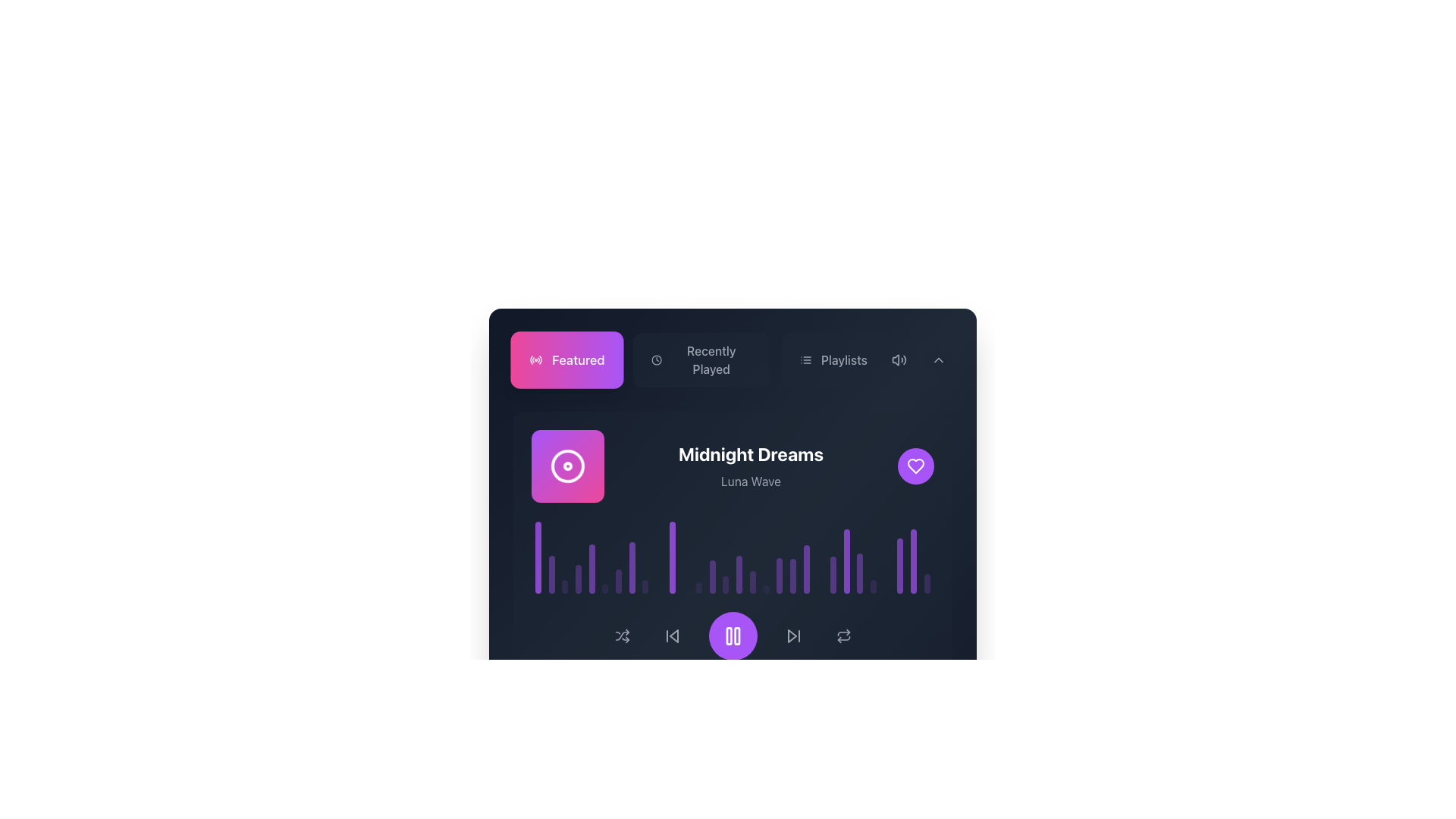 This screenshot has height=819, width=1456. I want to click on the 'Recently Played' button, which is a rectangular button with a dark gray background and text in the center, so click(701, 359).